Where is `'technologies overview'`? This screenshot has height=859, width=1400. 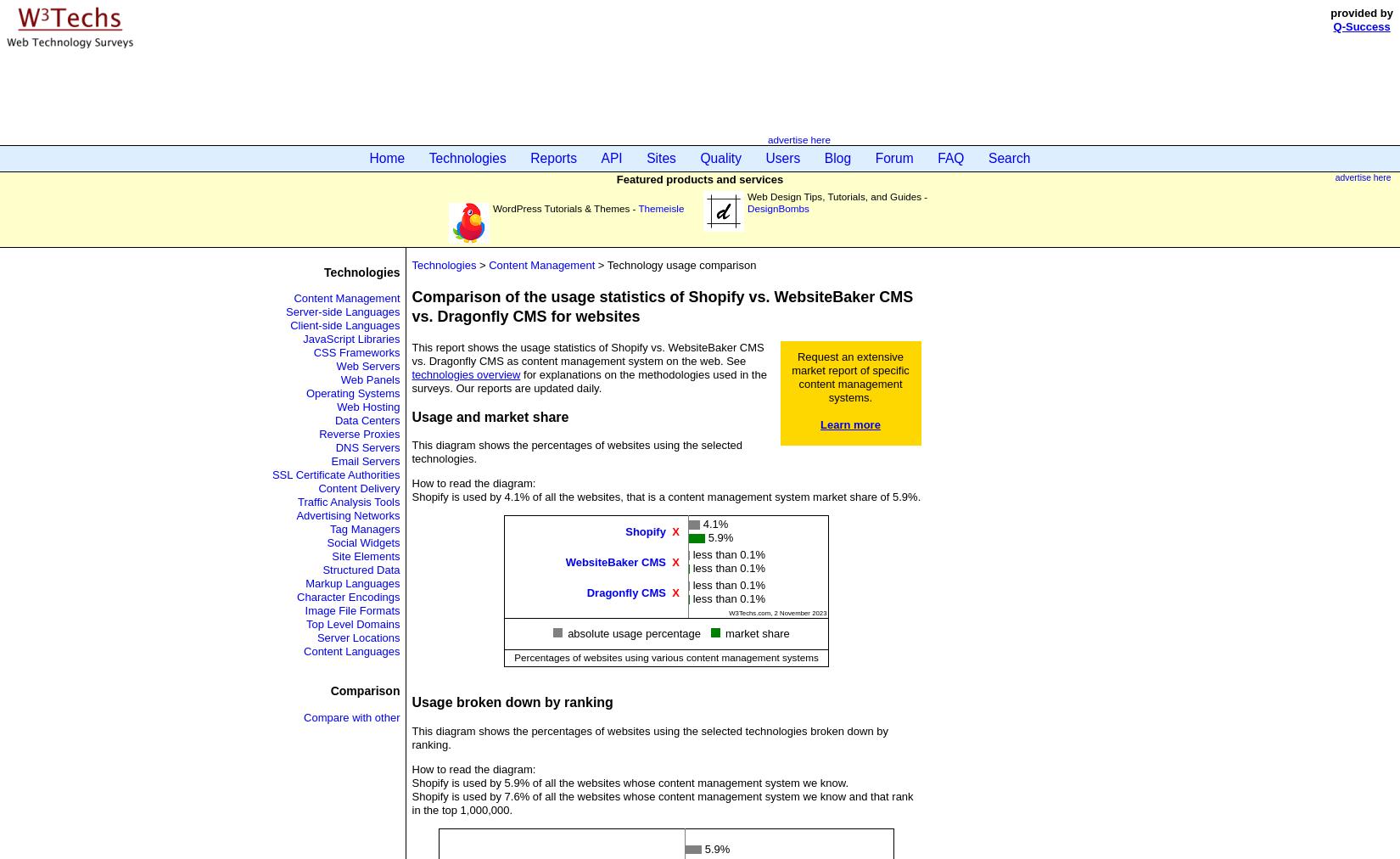 'technologies overview' is located at coordinates (464, 373).